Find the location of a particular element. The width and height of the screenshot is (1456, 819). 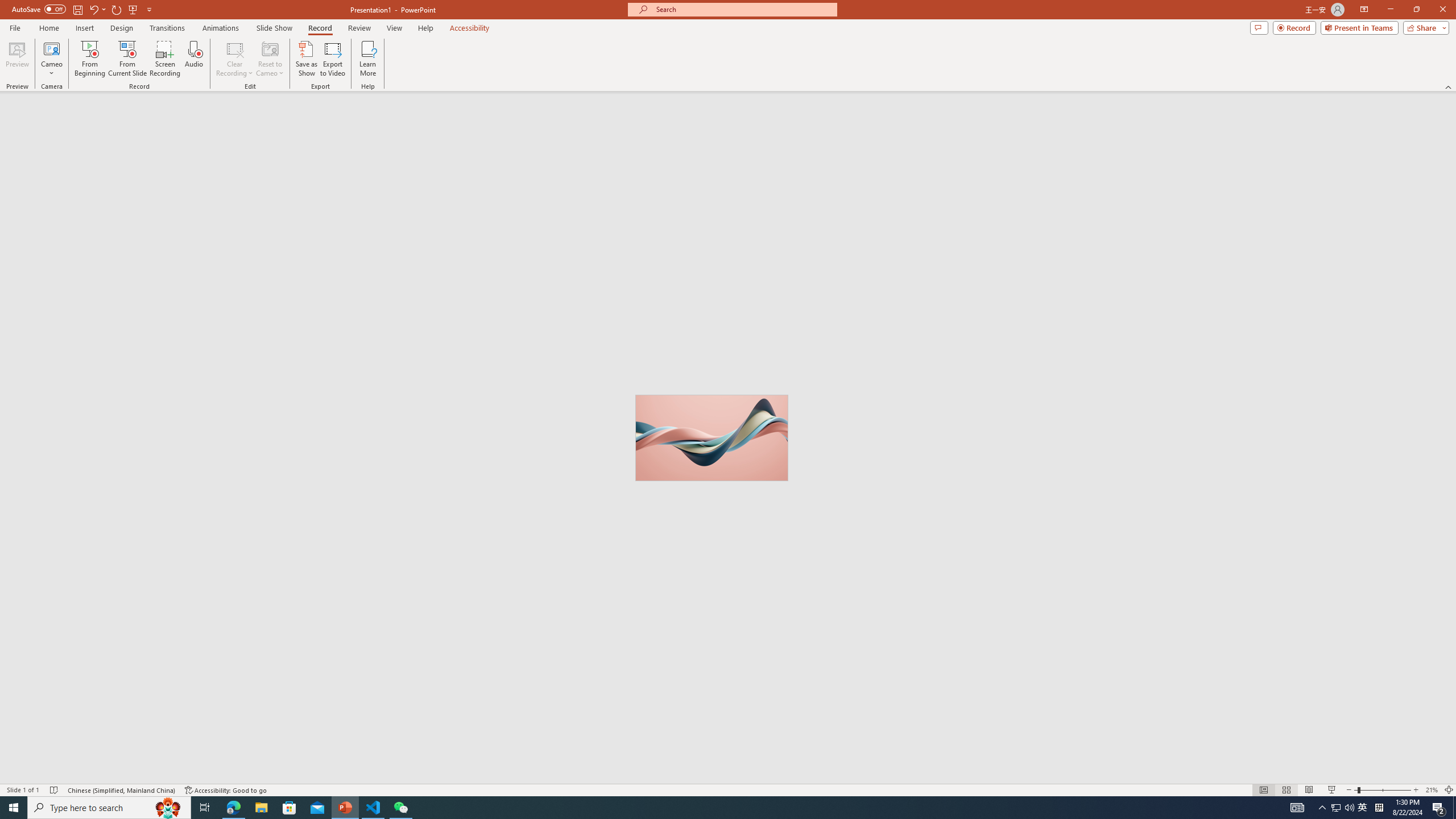

'Export to Video' is located at coordinates (332, 59).